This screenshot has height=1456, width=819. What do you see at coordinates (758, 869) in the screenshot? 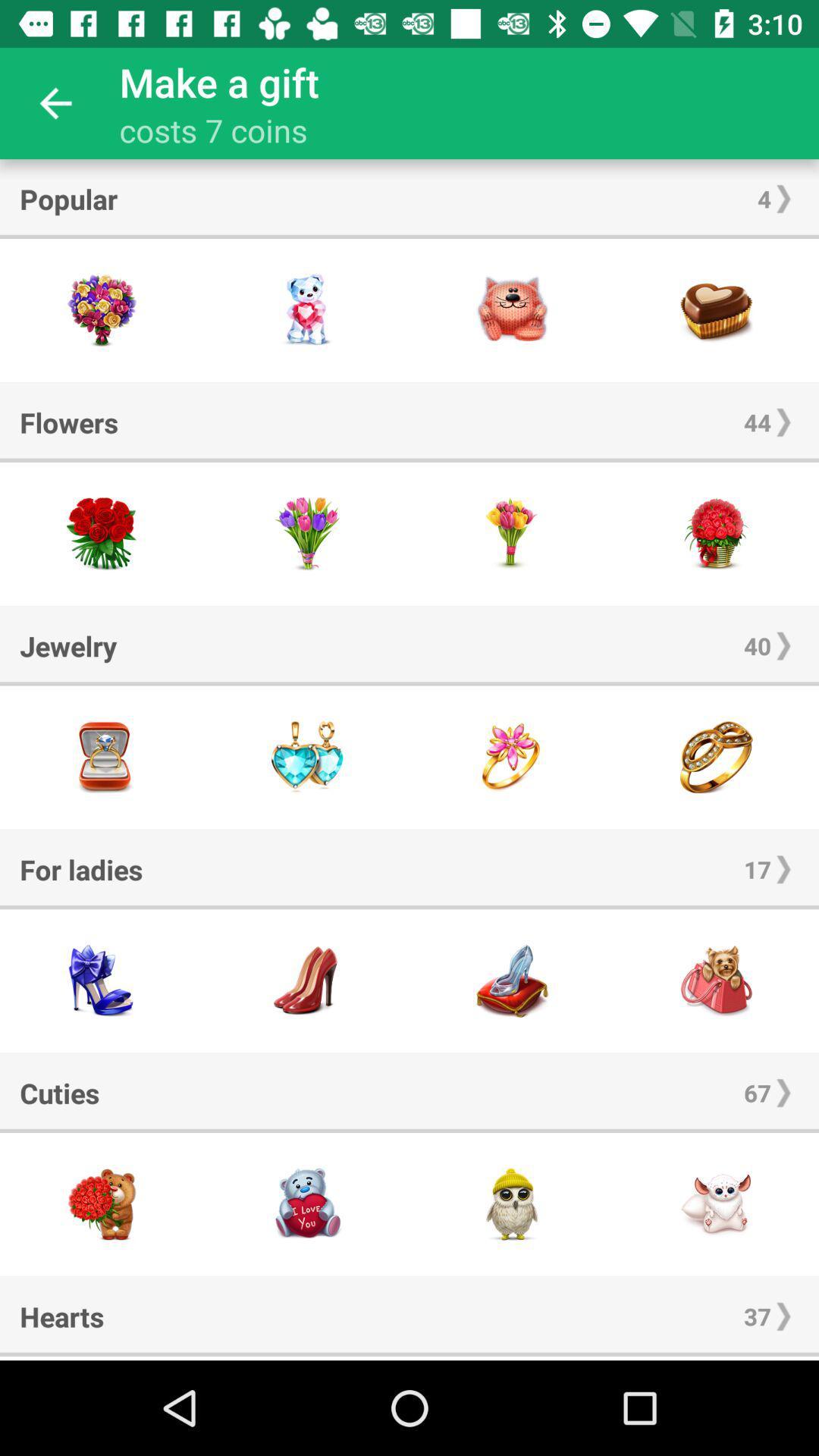
I see `the 17 item` at bounding box center [758, 869].